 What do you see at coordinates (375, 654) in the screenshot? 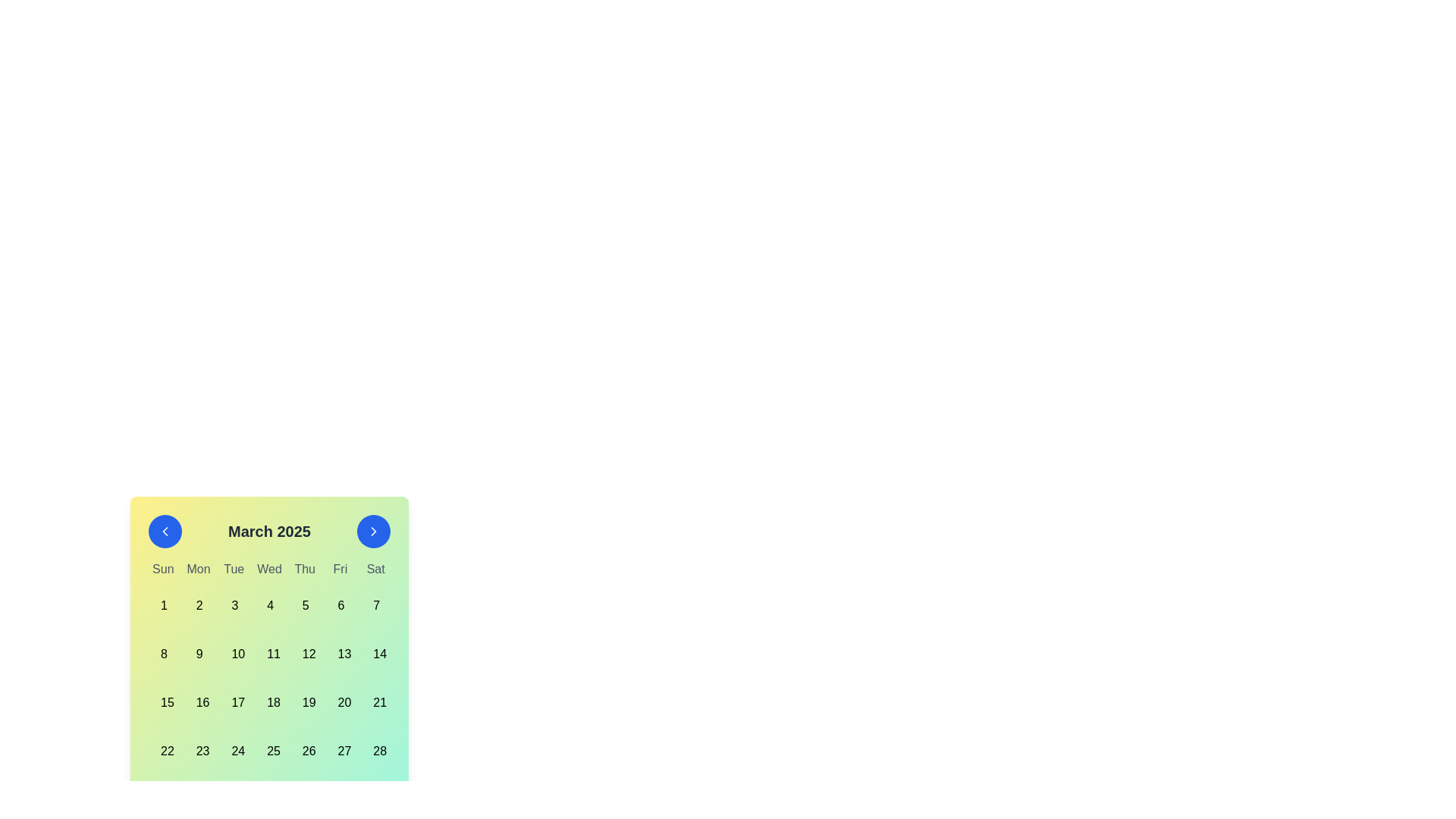
I see `the clickable calendar day cell displaying the number '14'` at bounding box center [375, 654].